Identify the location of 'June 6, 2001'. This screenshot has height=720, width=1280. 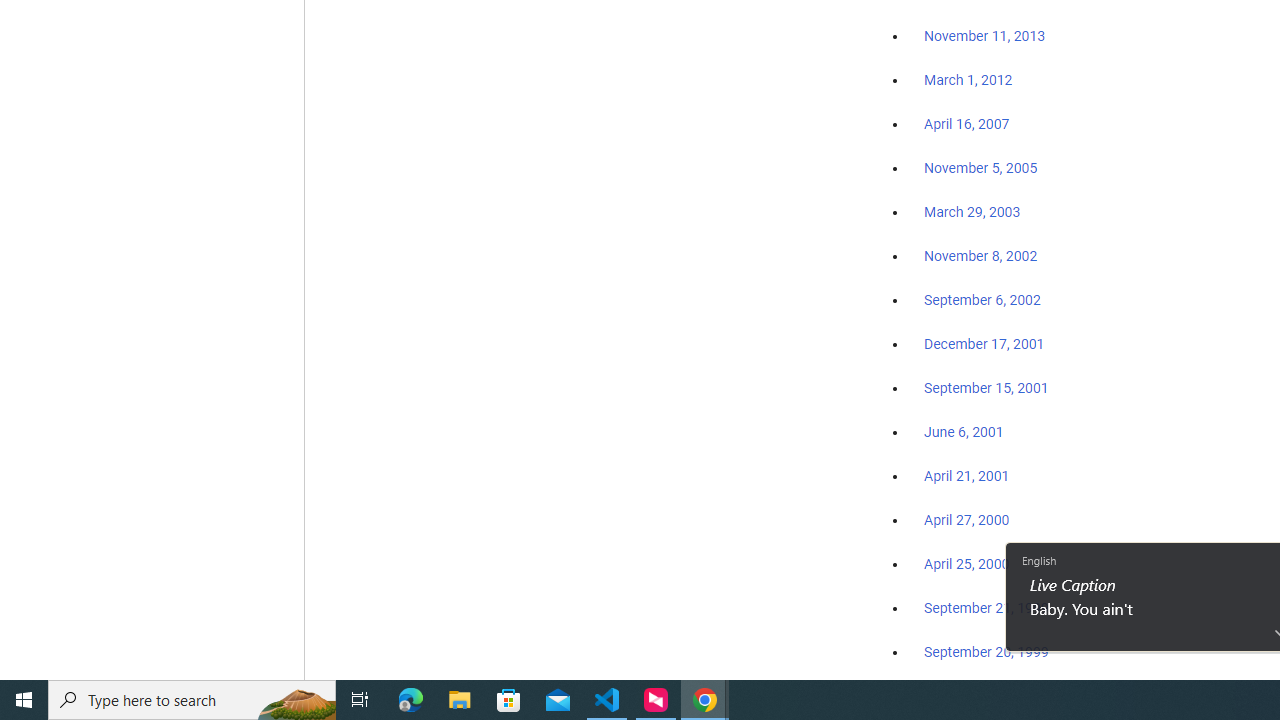
(963, 431).